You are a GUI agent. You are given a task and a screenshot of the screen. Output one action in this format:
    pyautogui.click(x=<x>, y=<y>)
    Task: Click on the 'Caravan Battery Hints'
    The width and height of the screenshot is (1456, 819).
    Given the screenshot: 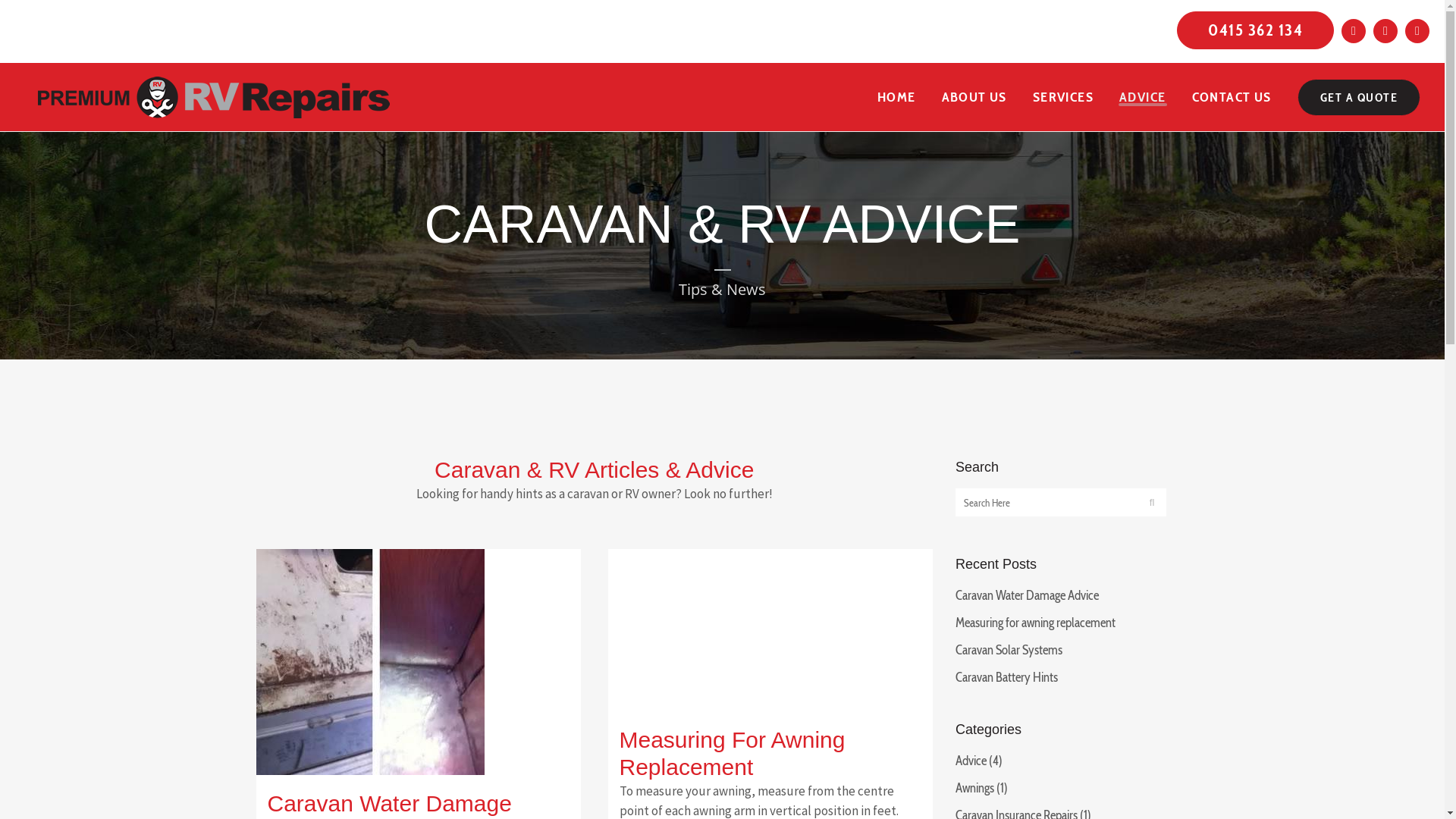 What is the action you would take?
    pyautogui.click(x=1006, y=676)
    